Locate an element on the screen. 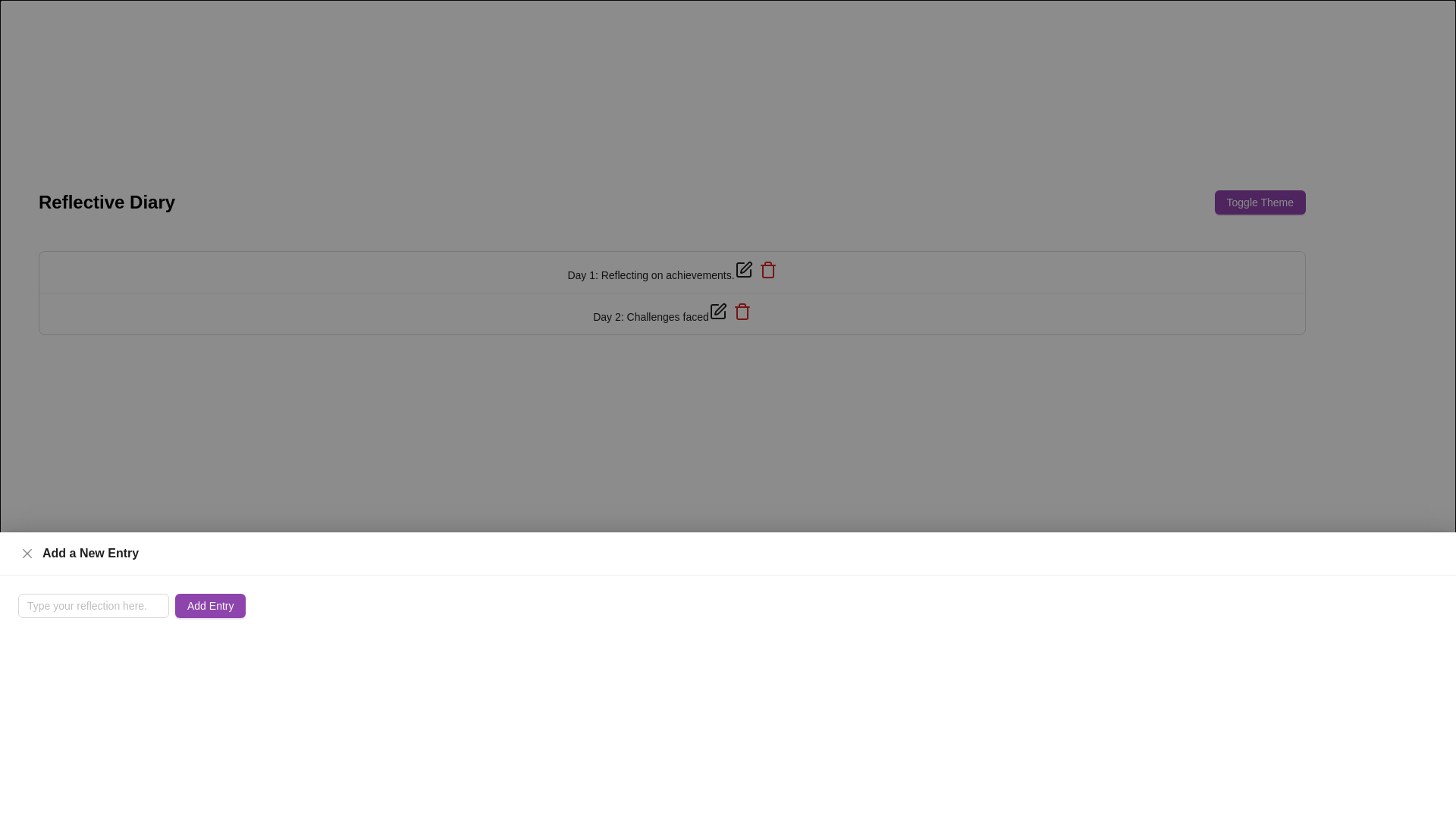 This screenshot has height=819, width=1456. the edit icon located to the left of the trash can icon, which allows users to modify the content related to 'Day 2: Challenges faced' is located at coordinates (719, 309).